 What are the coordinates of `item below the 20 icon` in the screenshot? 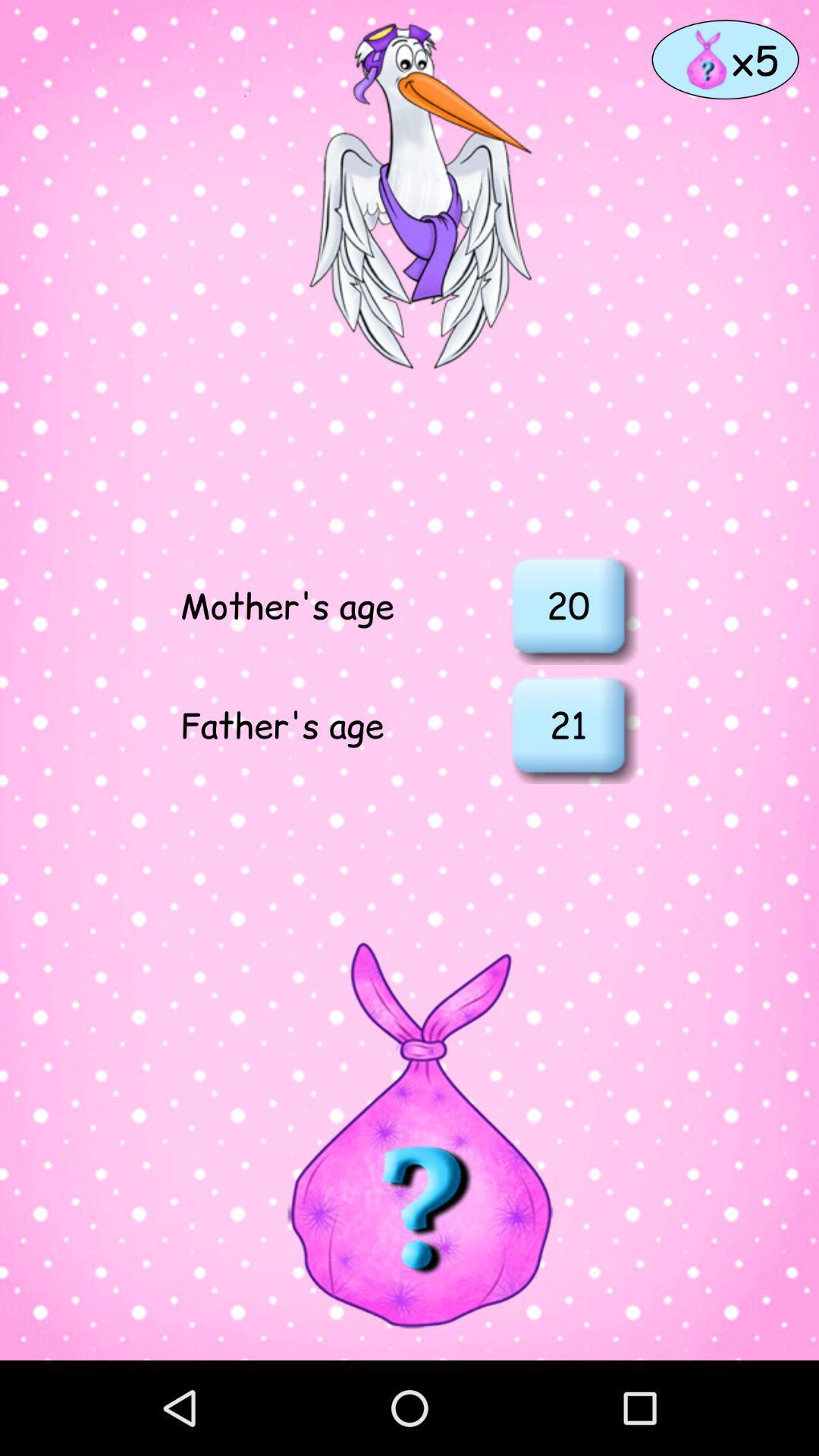 It's located at (568, 723).